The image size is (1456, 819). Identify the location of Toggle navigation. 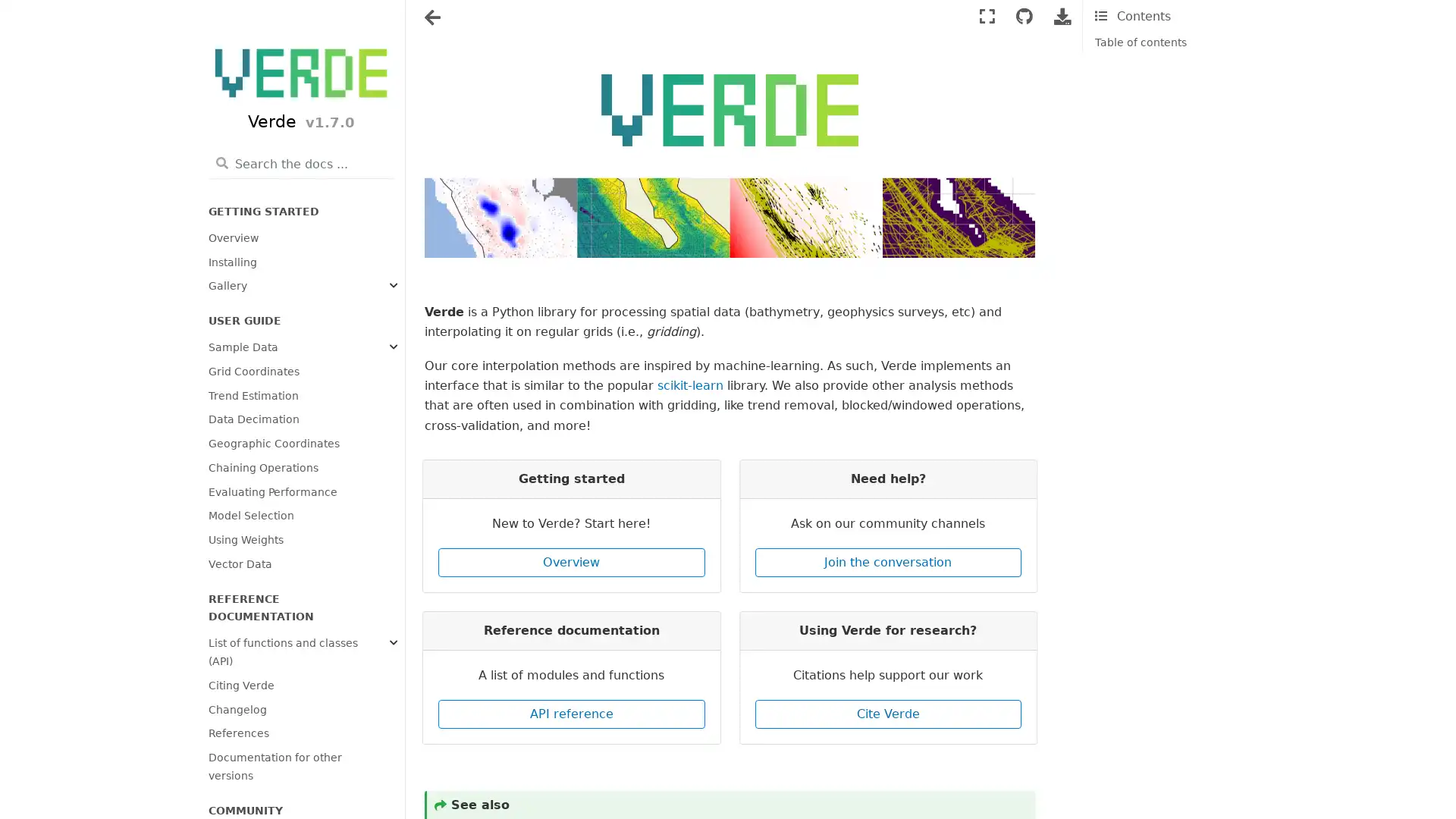
(432, 17).